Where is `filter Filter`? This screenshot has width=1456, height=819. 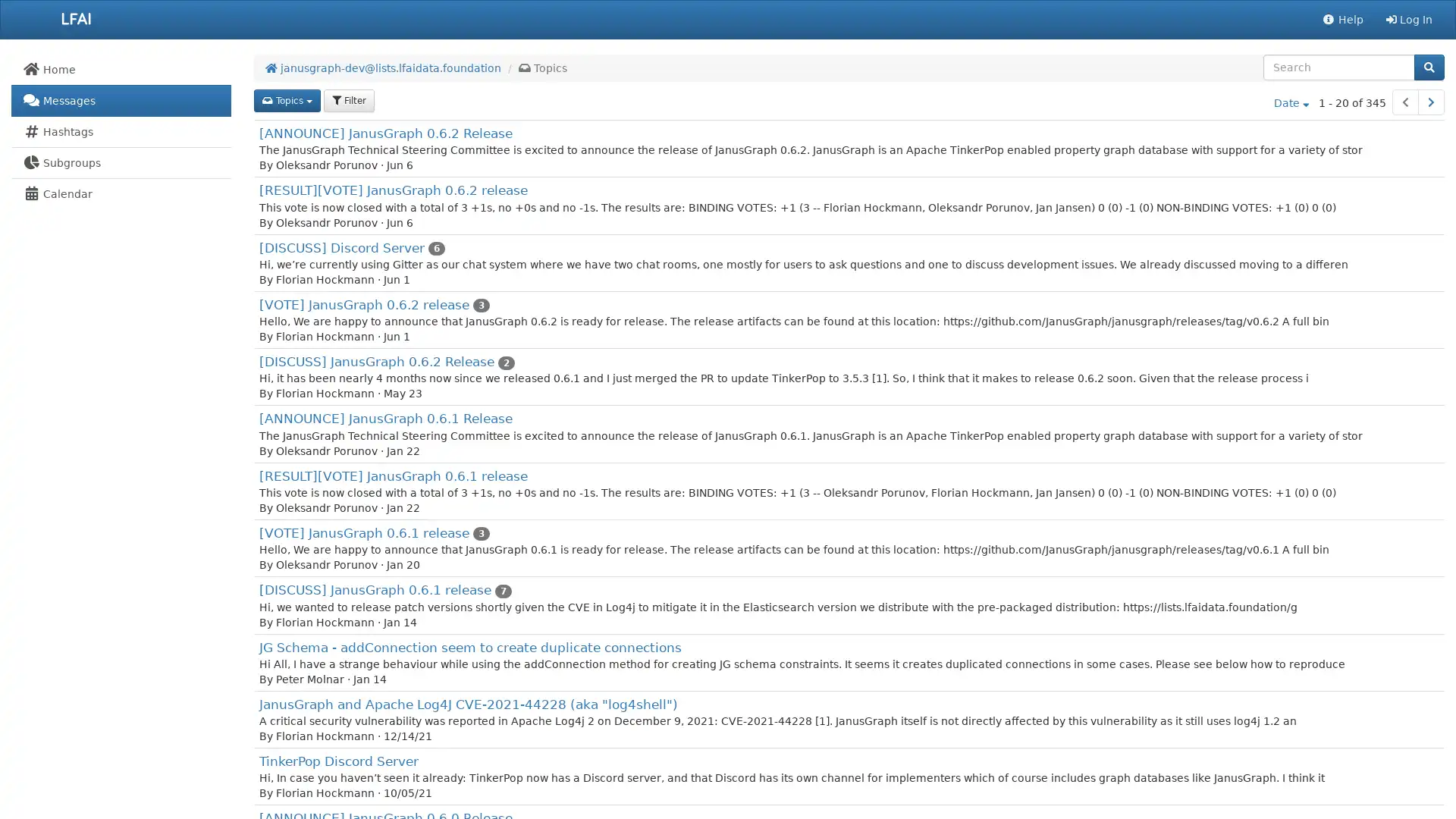
filter Filter is located at coordinates (347, 100).